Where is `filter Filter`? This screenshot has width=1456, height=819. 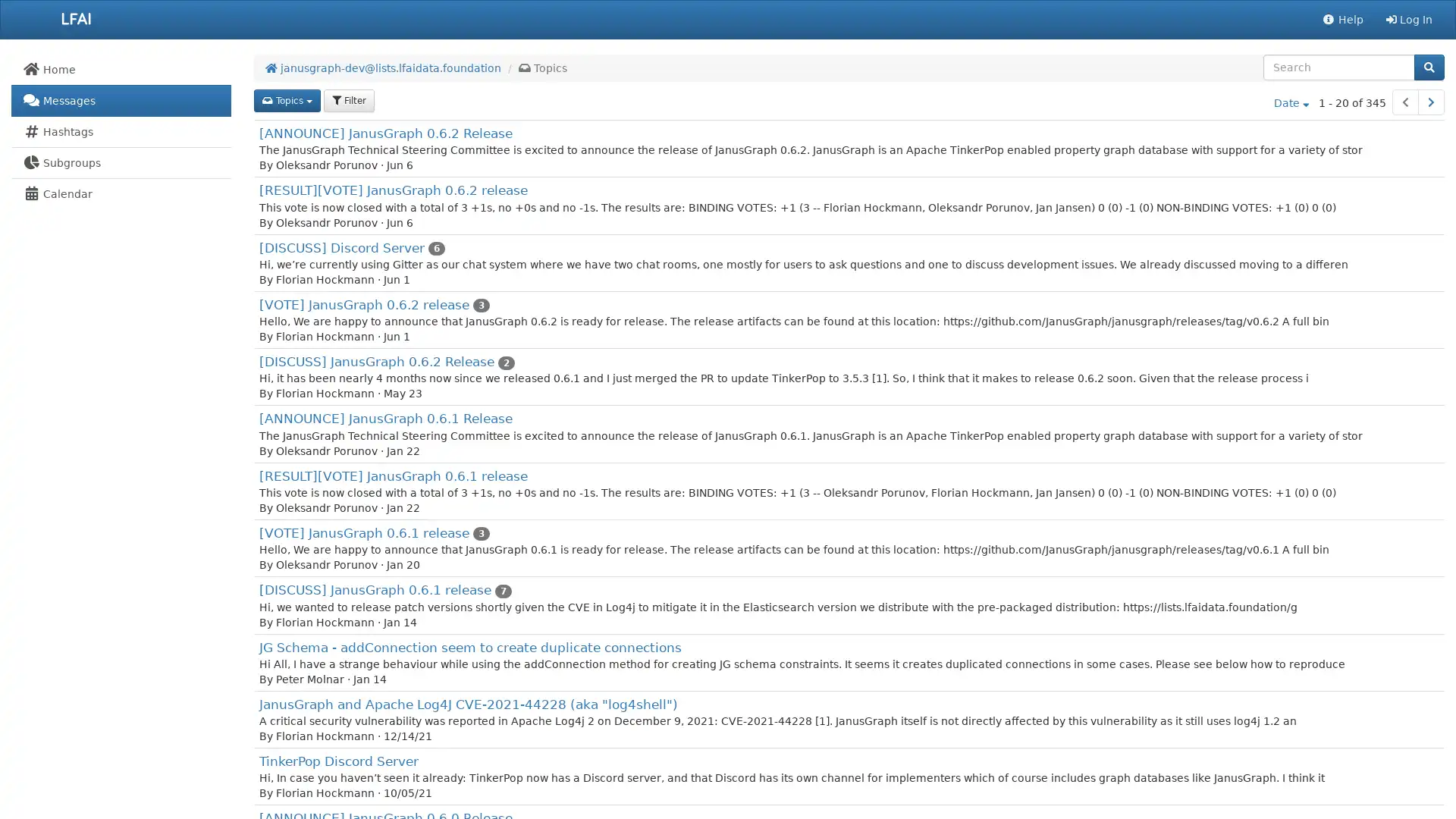
filter Filter is located at coordinates (347, 100).